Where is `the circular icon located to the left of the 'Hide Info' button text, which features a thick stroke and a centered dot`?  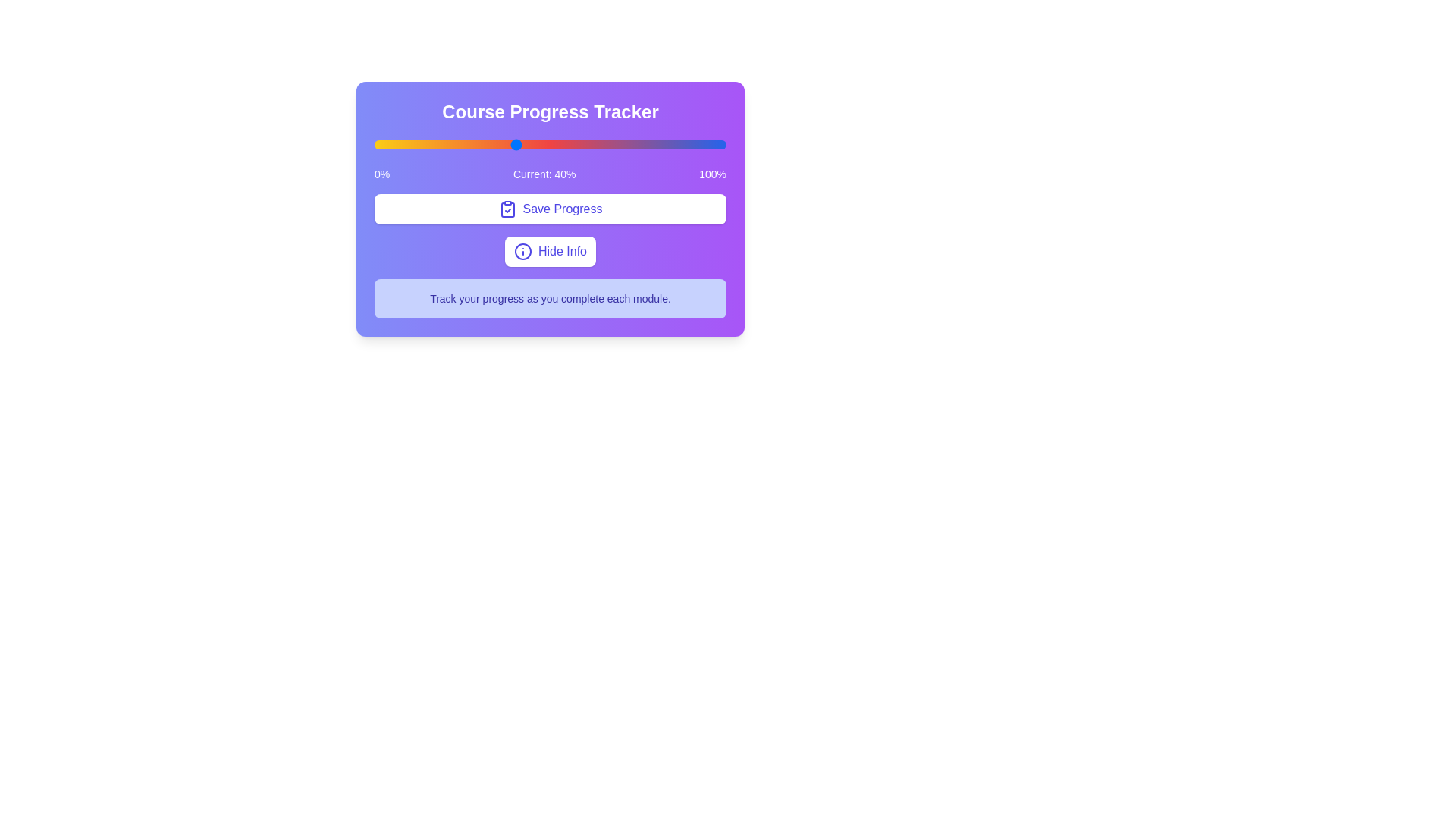 the circular icon located to the left of the 'Hide Info' button text, which features a thick stroke and a centered dot is located at coordinates (523, 250).